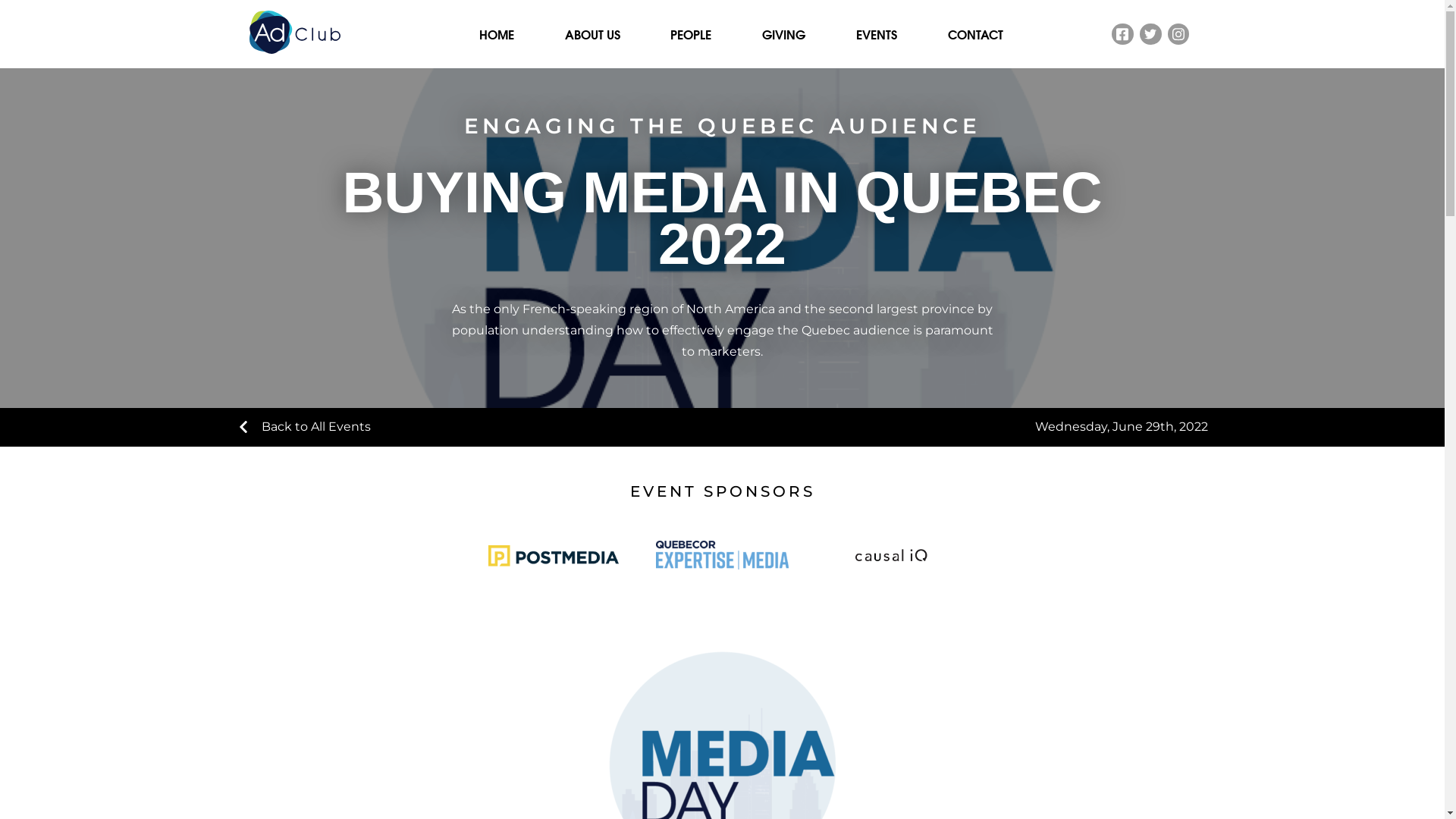 The height and width of the screenshot is (819, 1456). I want to click on 'EVENTS', so click(877, 34).